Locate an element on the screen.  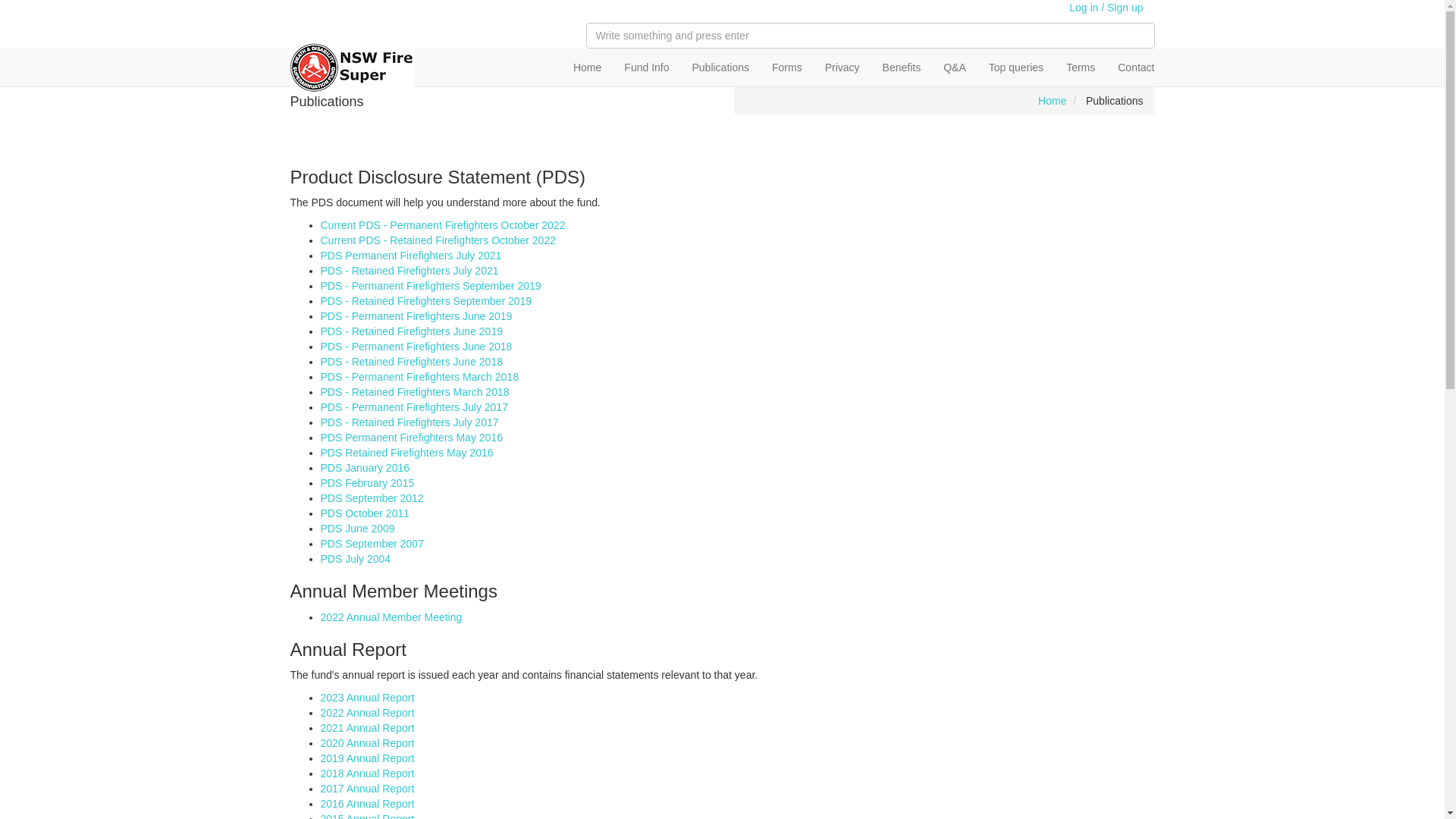
'2017 Annual Report' is located at coordinates (367, 788).